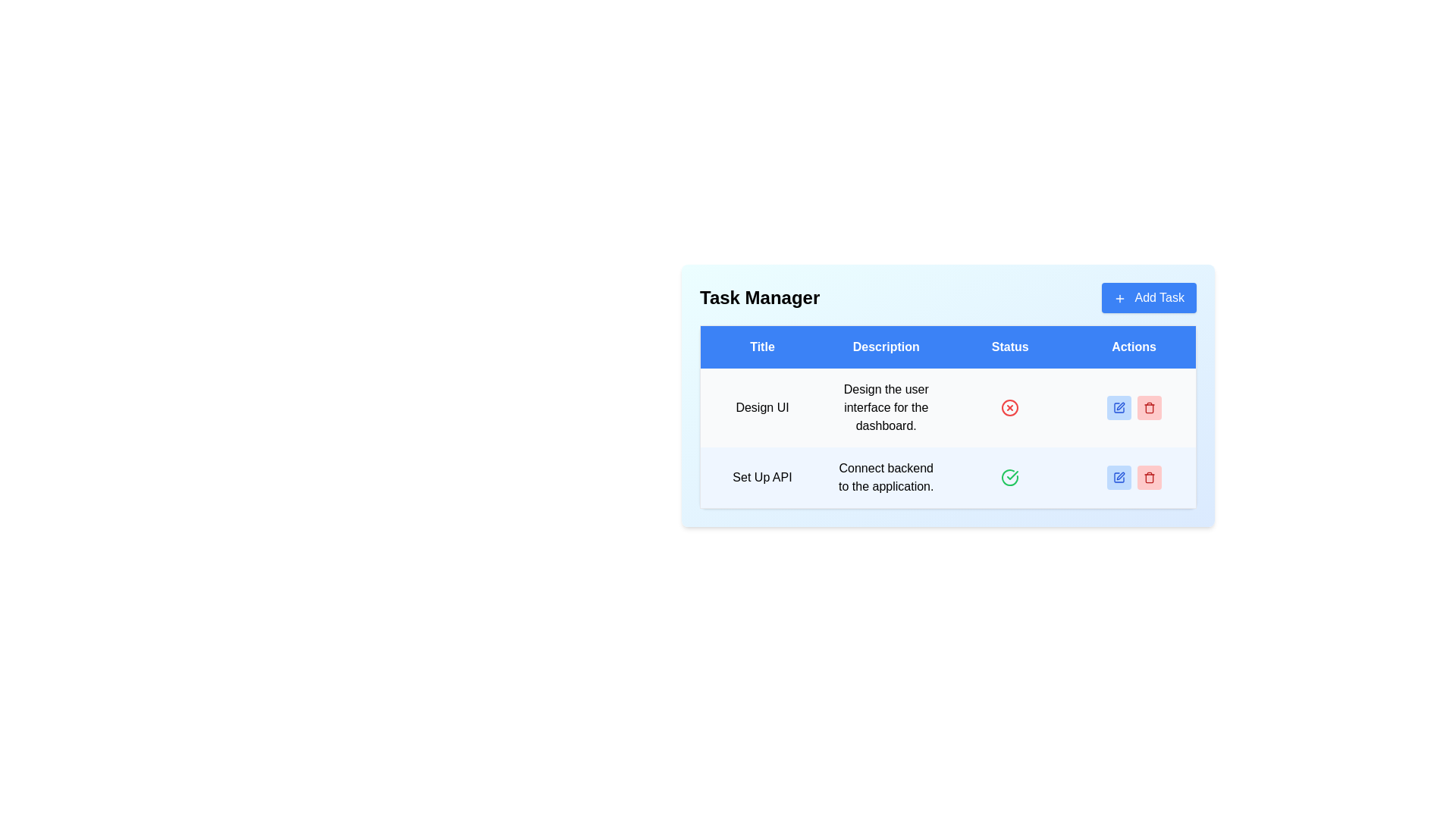 This screenshot has height=819, width=1456. Describe the element at coordinates (947, 478) in the screenshot. I see `the status indicator for the second task in the task management table, which is located below the header row and follows the task named 'Design UI'` at that location.